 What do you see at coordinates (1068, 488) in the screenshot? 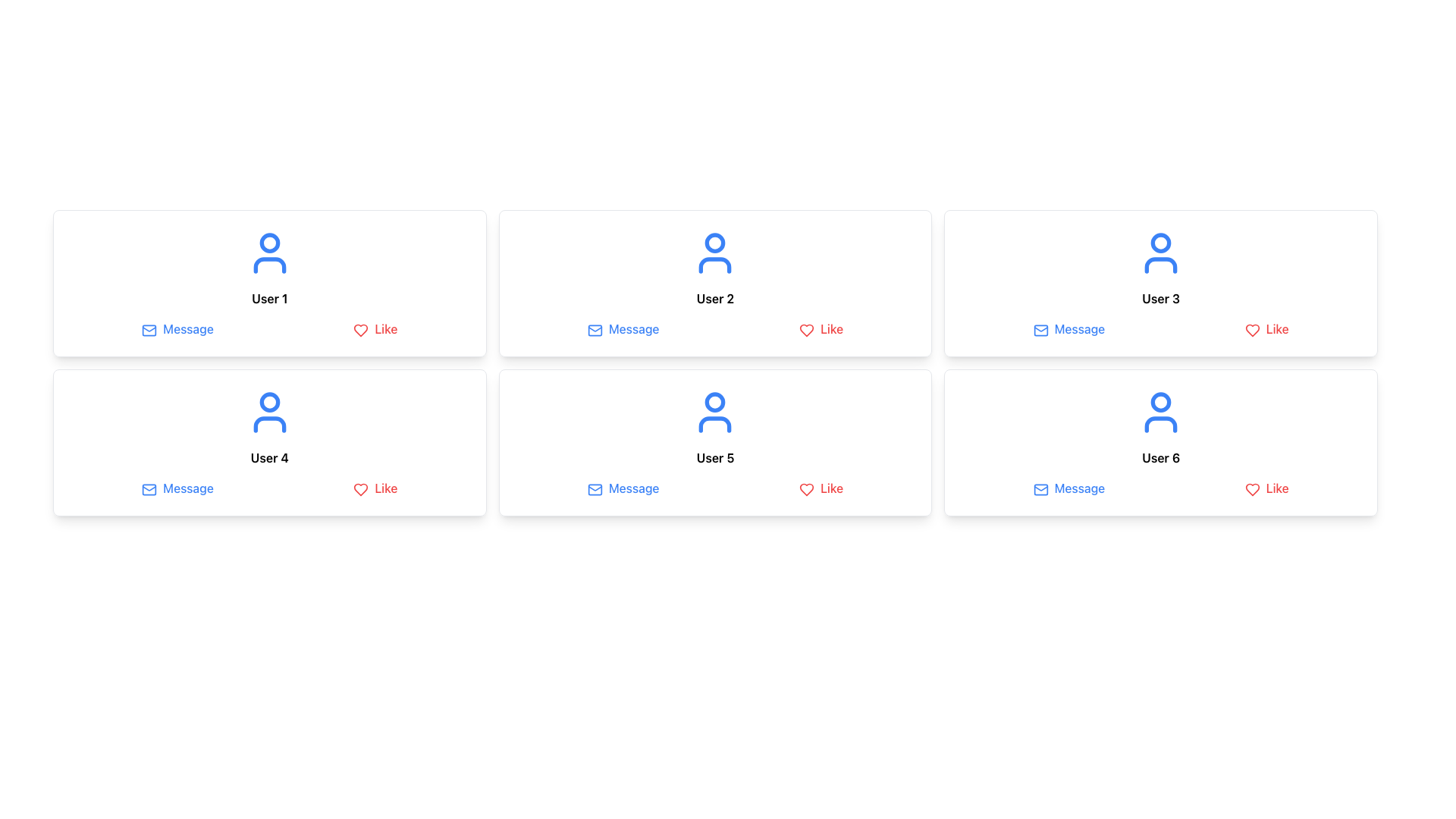
I see `the hyperlink or button with both an icon and text for 'User 6'` at bounding box center [1068, 488].